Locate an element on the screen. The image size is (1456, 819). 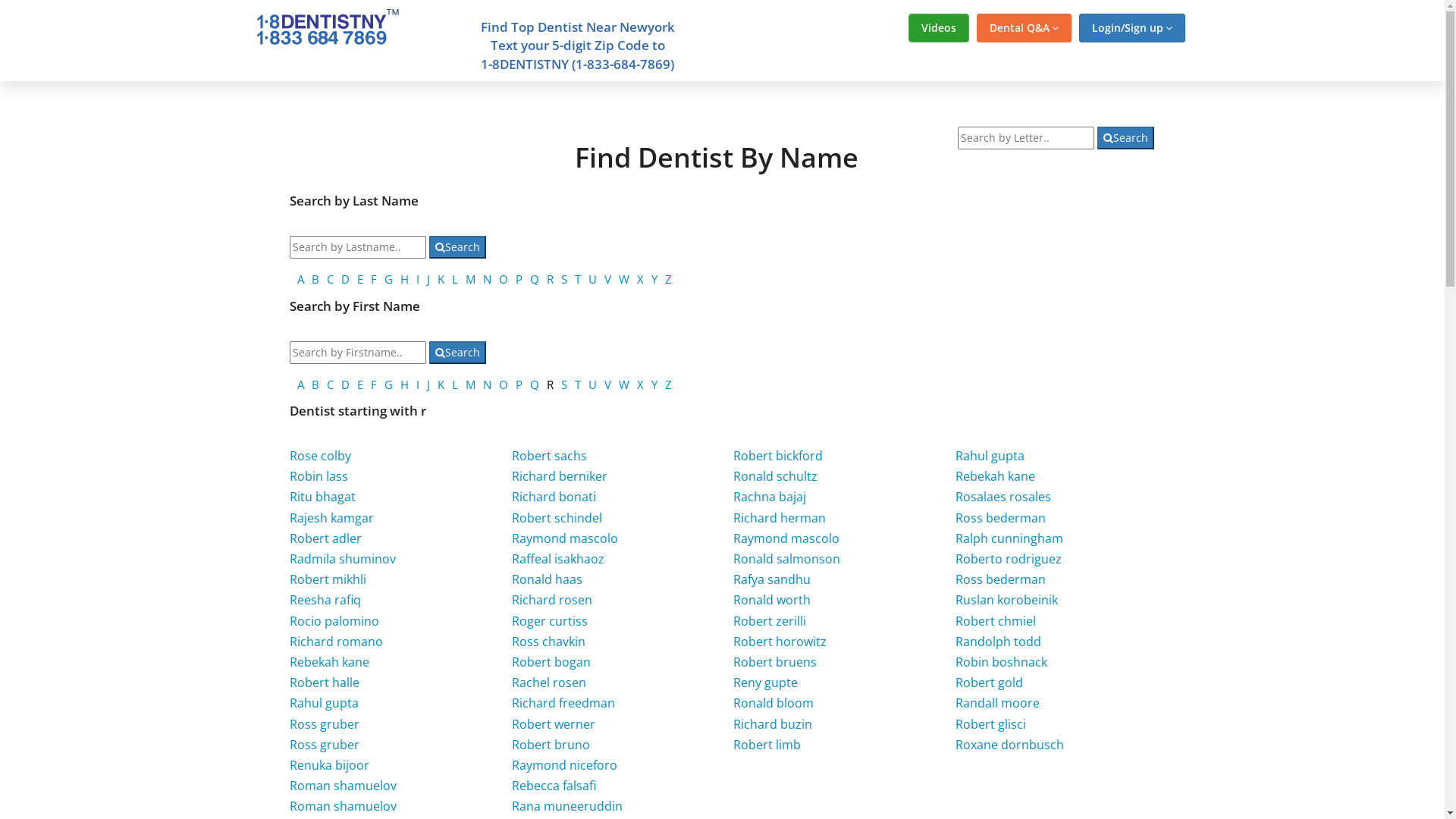
'Roxane dornbusch' is located at coordinates (1009, 744).